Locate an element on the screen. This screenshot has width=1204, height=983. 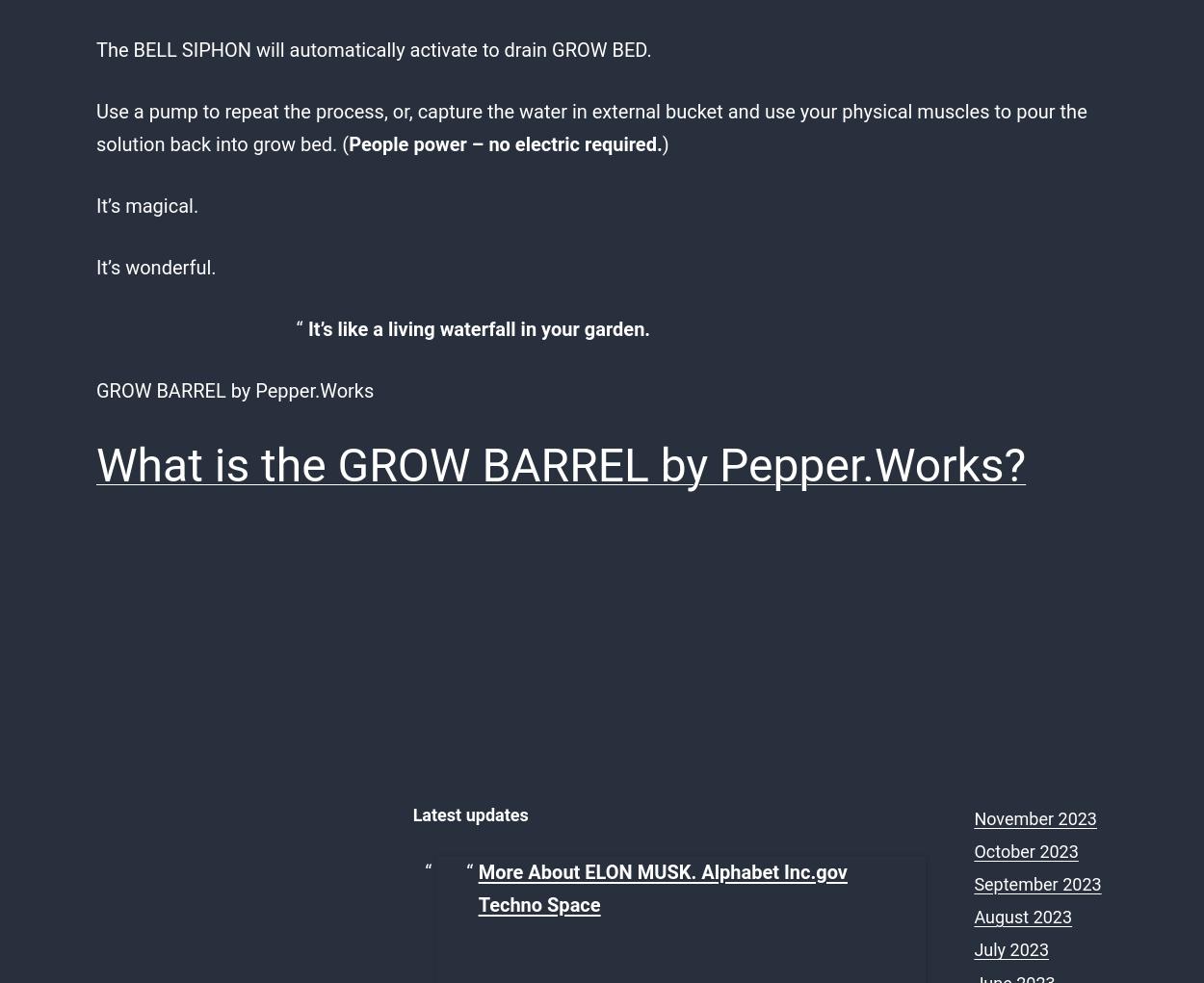
'GROW BARREL by Pepper.Works' is located at coordinates (95, 389).